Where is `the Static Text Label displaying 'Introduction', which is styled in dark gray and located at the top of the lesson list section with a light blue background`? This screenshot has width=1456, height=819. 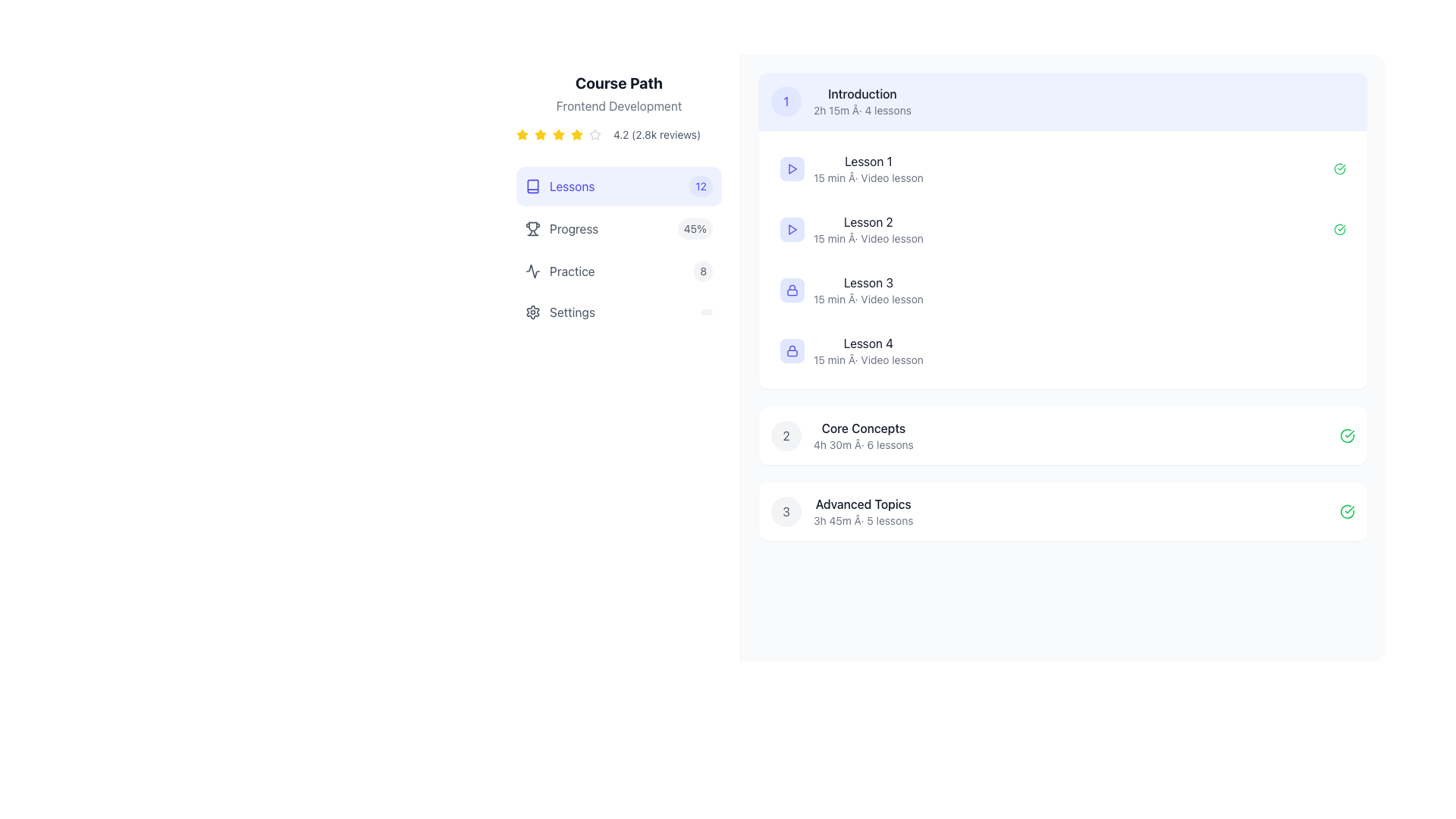 the Static Text Label displaying 'Introduction', which is styled in dark gray and located at the top of the lesson list section with a light blue background is located at coordinates (862, 93).